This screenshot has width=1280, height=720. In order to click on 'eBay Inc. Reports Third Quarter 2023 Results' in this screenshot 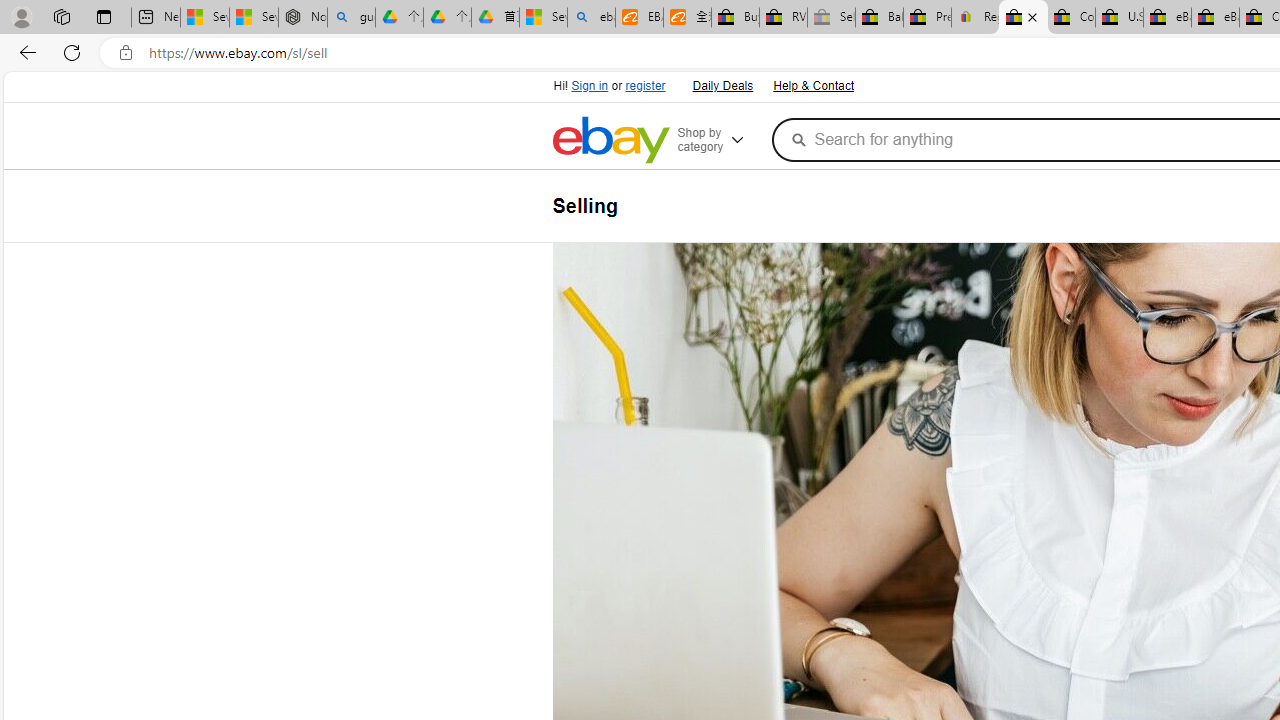, I will do `click(1214, 17)`.